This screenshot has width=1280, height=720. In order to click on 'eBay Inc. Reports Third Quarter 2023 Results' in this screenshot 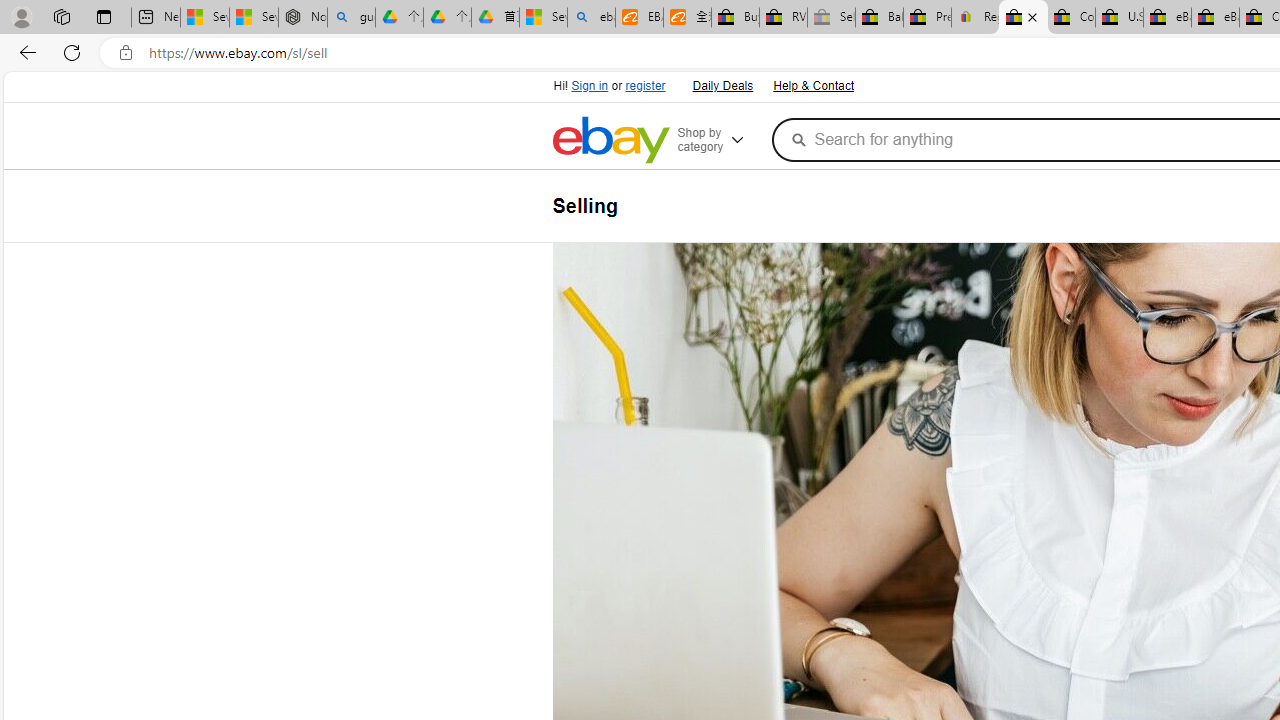, I will do `click(1214, 17)`.